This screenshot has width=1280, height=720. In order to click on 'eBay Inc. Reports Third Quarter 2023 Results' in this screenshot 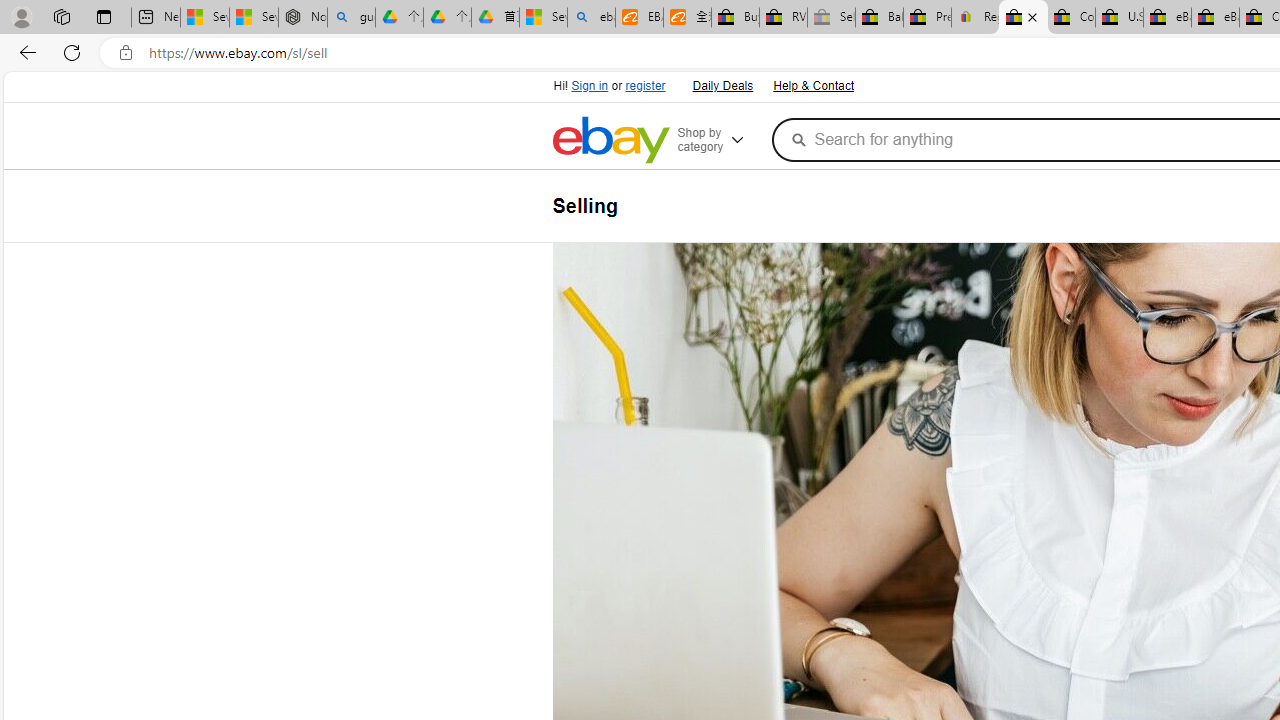, I will do `click(1214, 17)`.